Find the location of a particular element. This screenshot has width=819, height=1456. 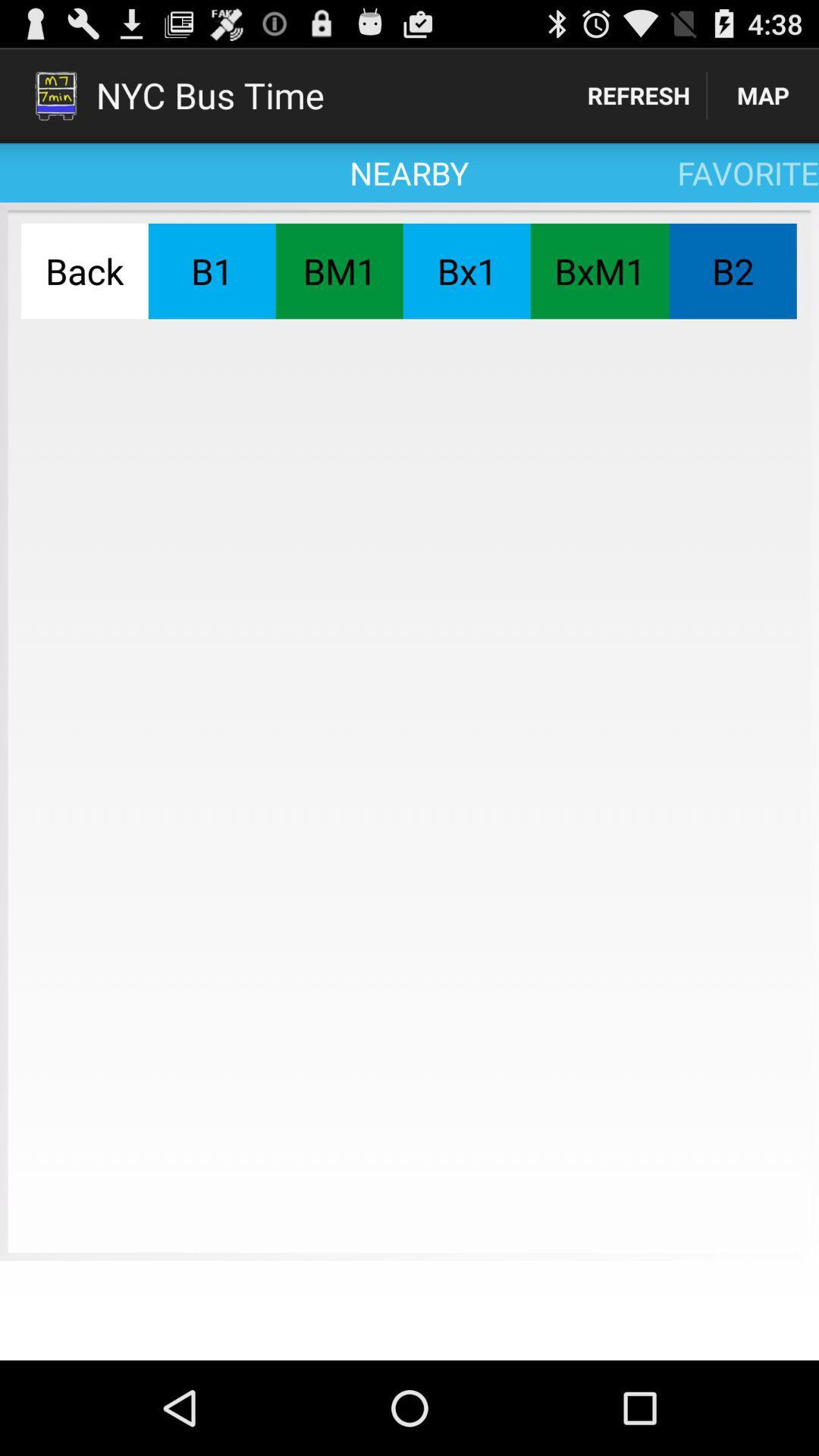

the icon to the right of back item is located at coordinates (212, 271).